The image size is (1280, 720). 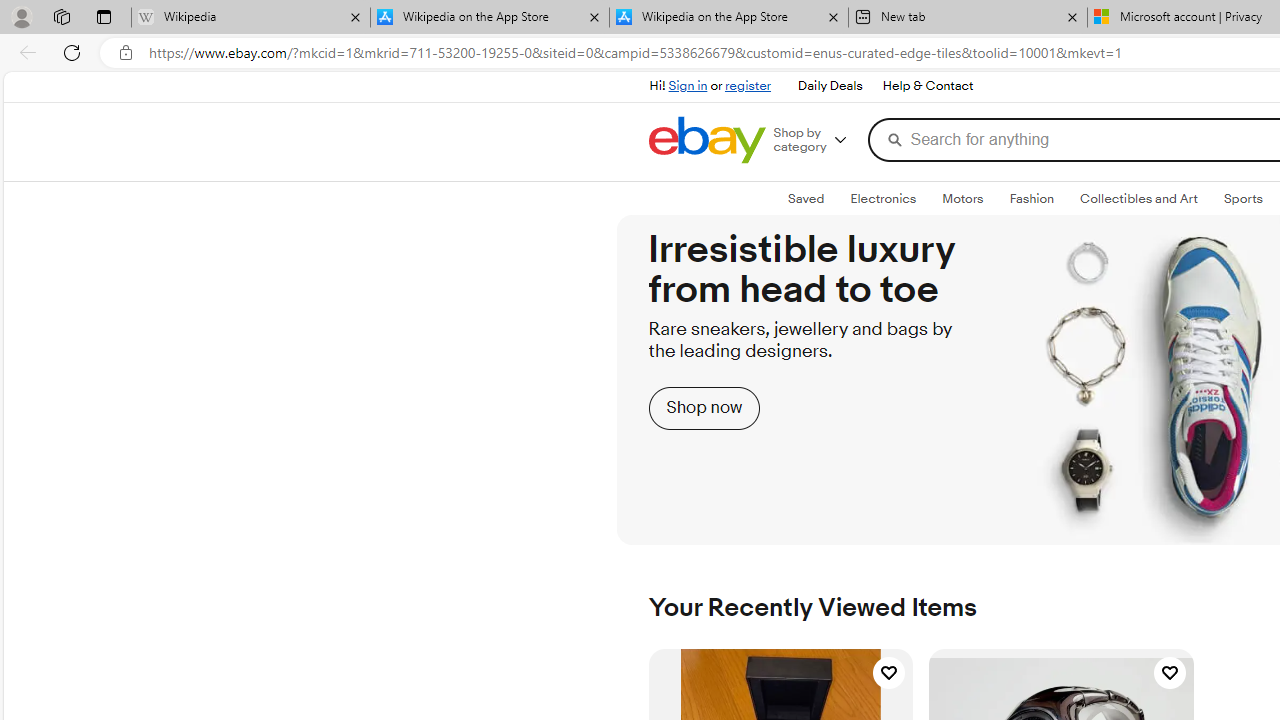 What do you see at coordinates (806, 199) in the screenshot?
I see `'Saved'` at bounding box center [806, 199].